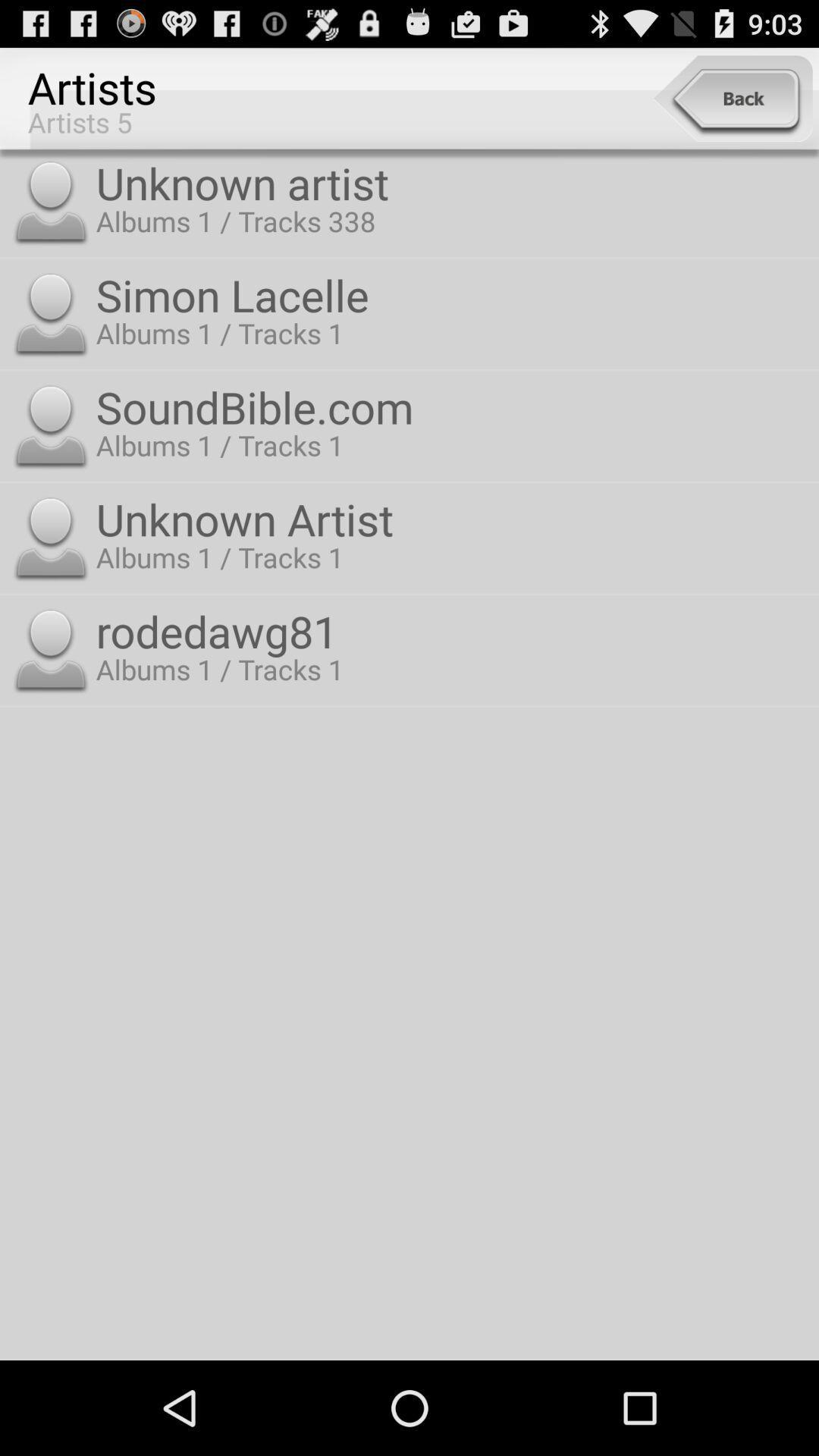  Describe the element at coordinates (732, 98) in the screenshot. I see `the item to the right of the artists item` at that location.